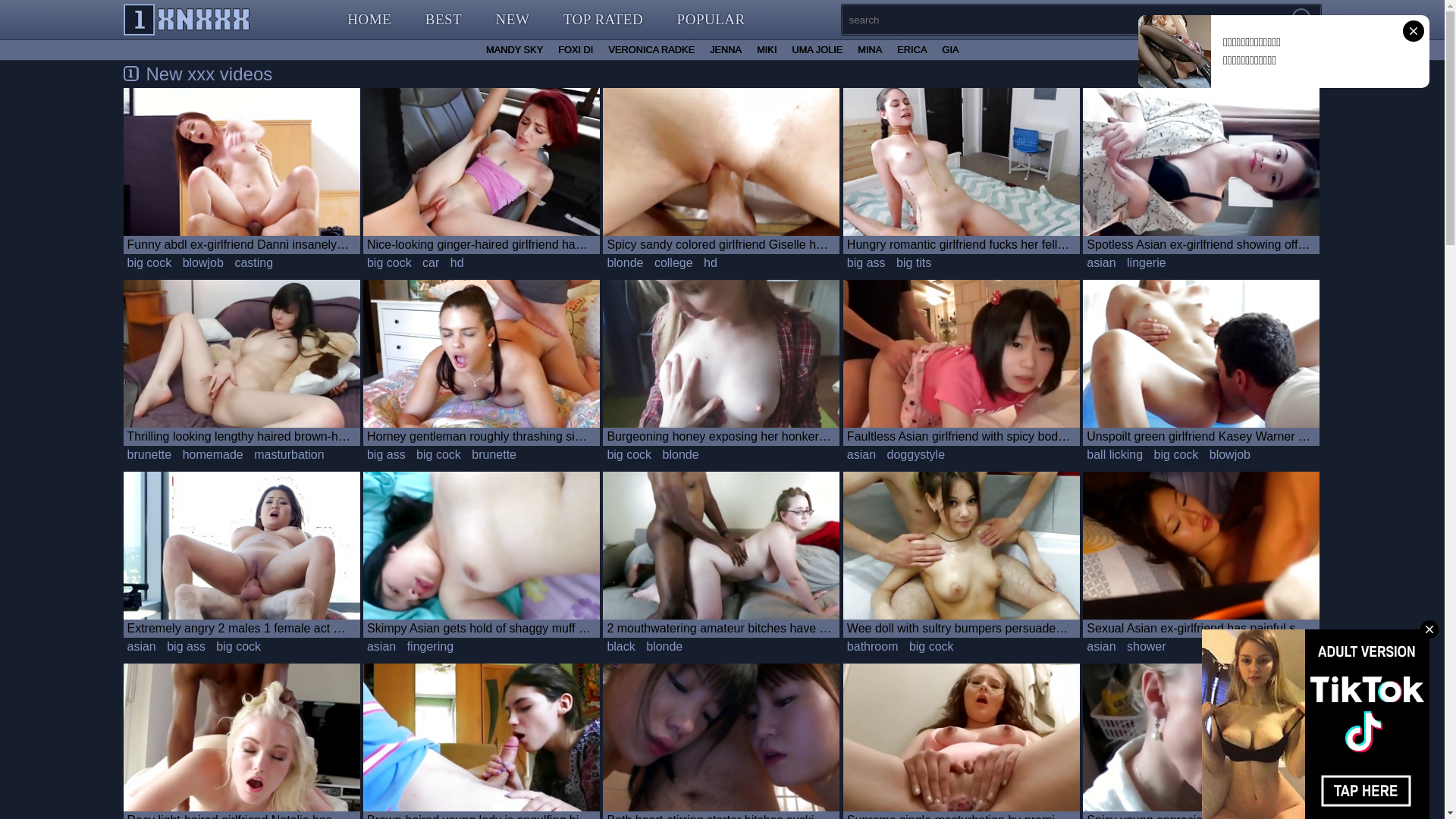 This screenshot has width=1456, height=819. What do you see at coordinates (873, 646) in the screenshot?
I see `'bathroom'` at bounding box center [873, 646].